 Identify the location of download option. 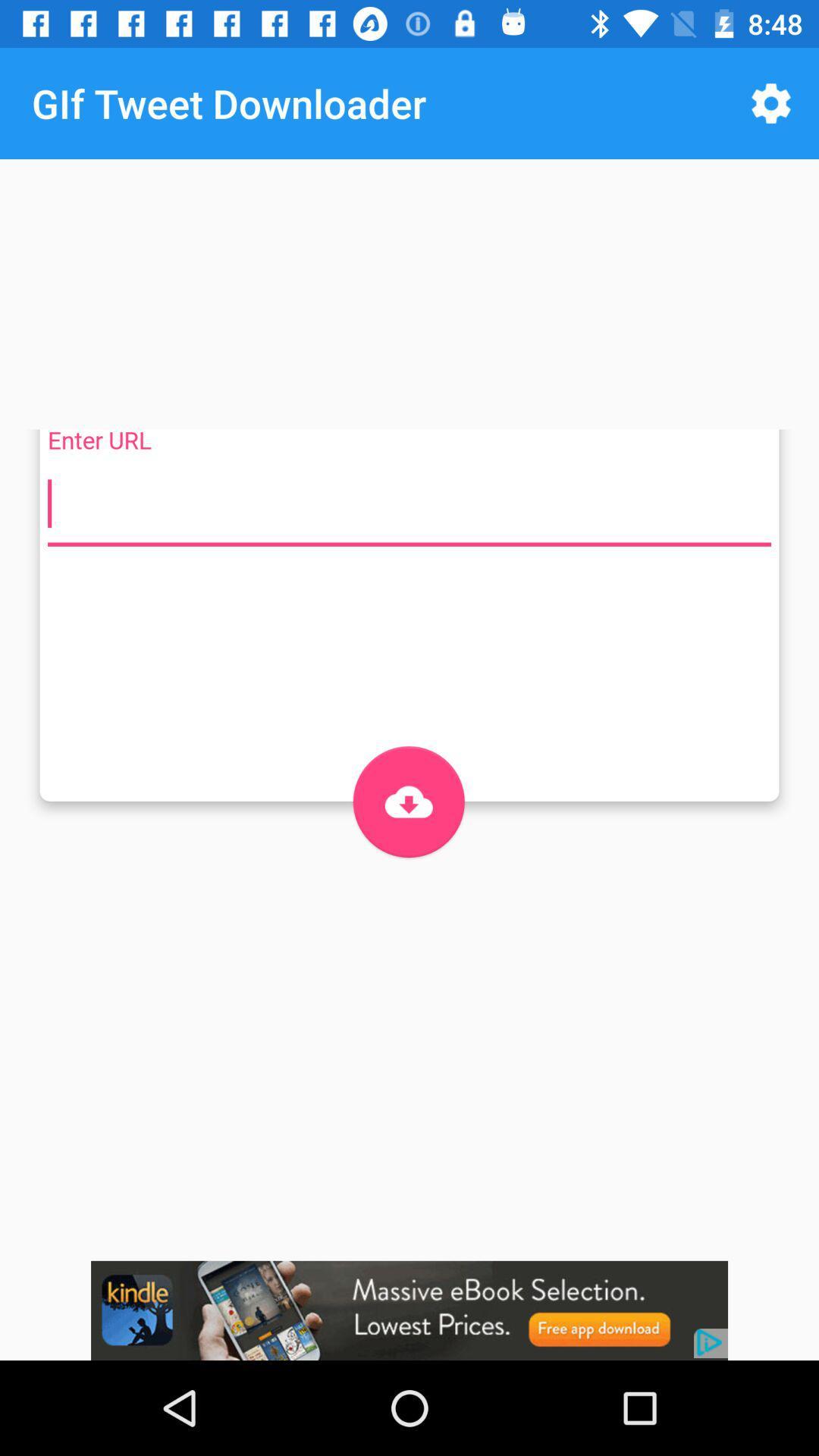
(408, 801).